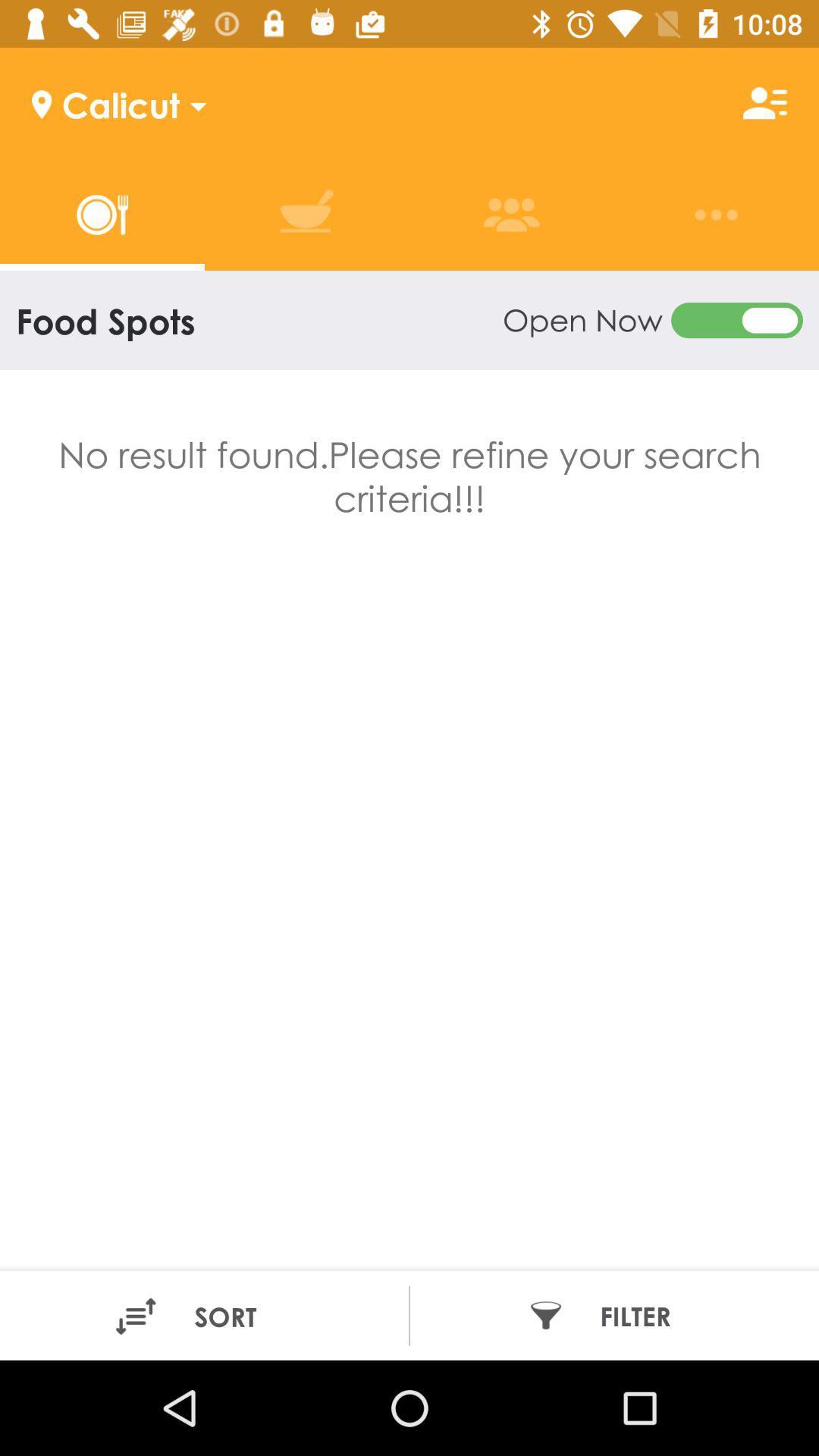 The width and height of the screenshot is (819, 1456). I want to click on the 3 dots, so click(716, 214).